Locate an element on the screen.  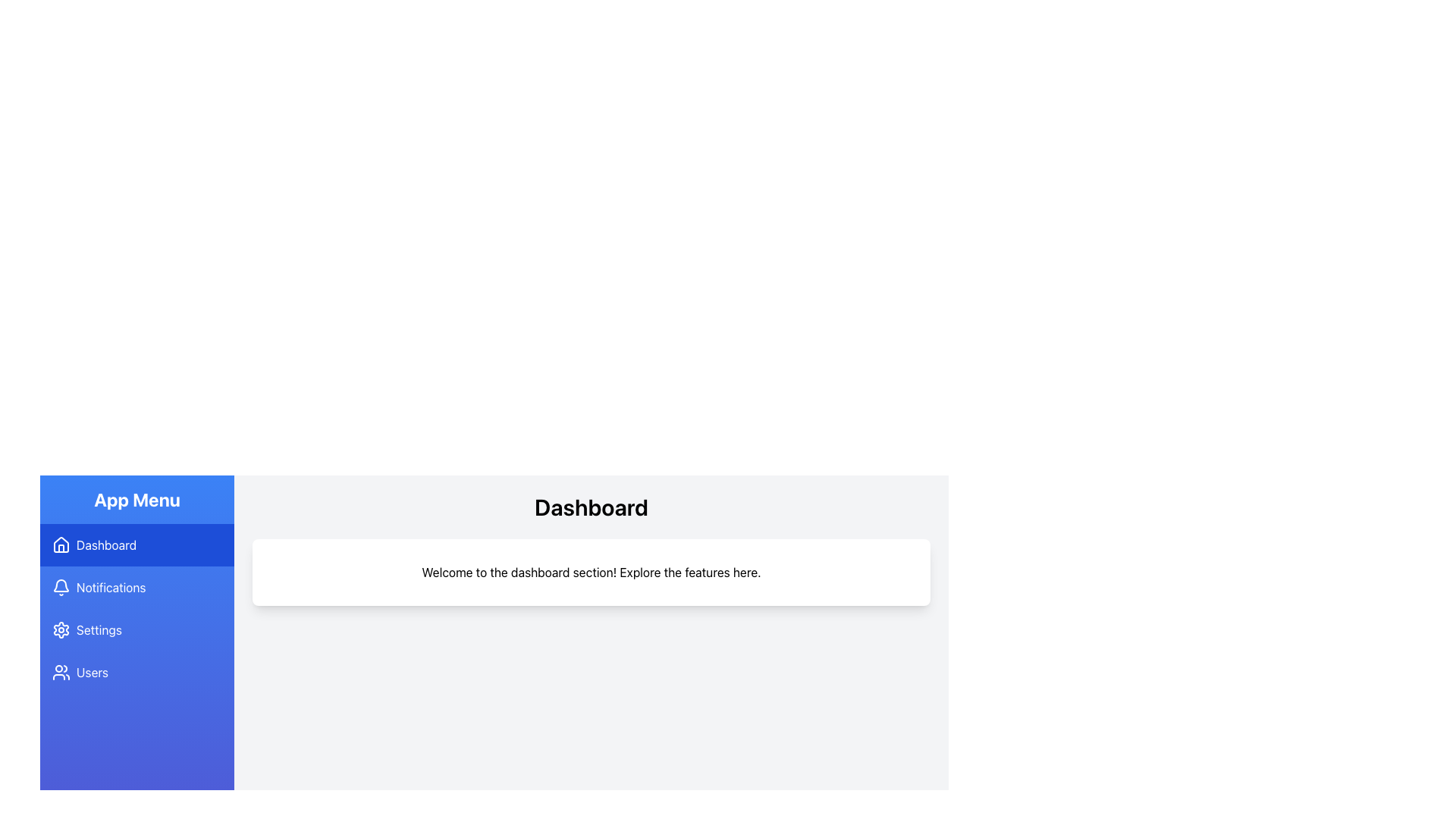
the minimalistic user icon located to the left of the 'Users' label in the vertical navigation menu is located at coordinates (61, 672).